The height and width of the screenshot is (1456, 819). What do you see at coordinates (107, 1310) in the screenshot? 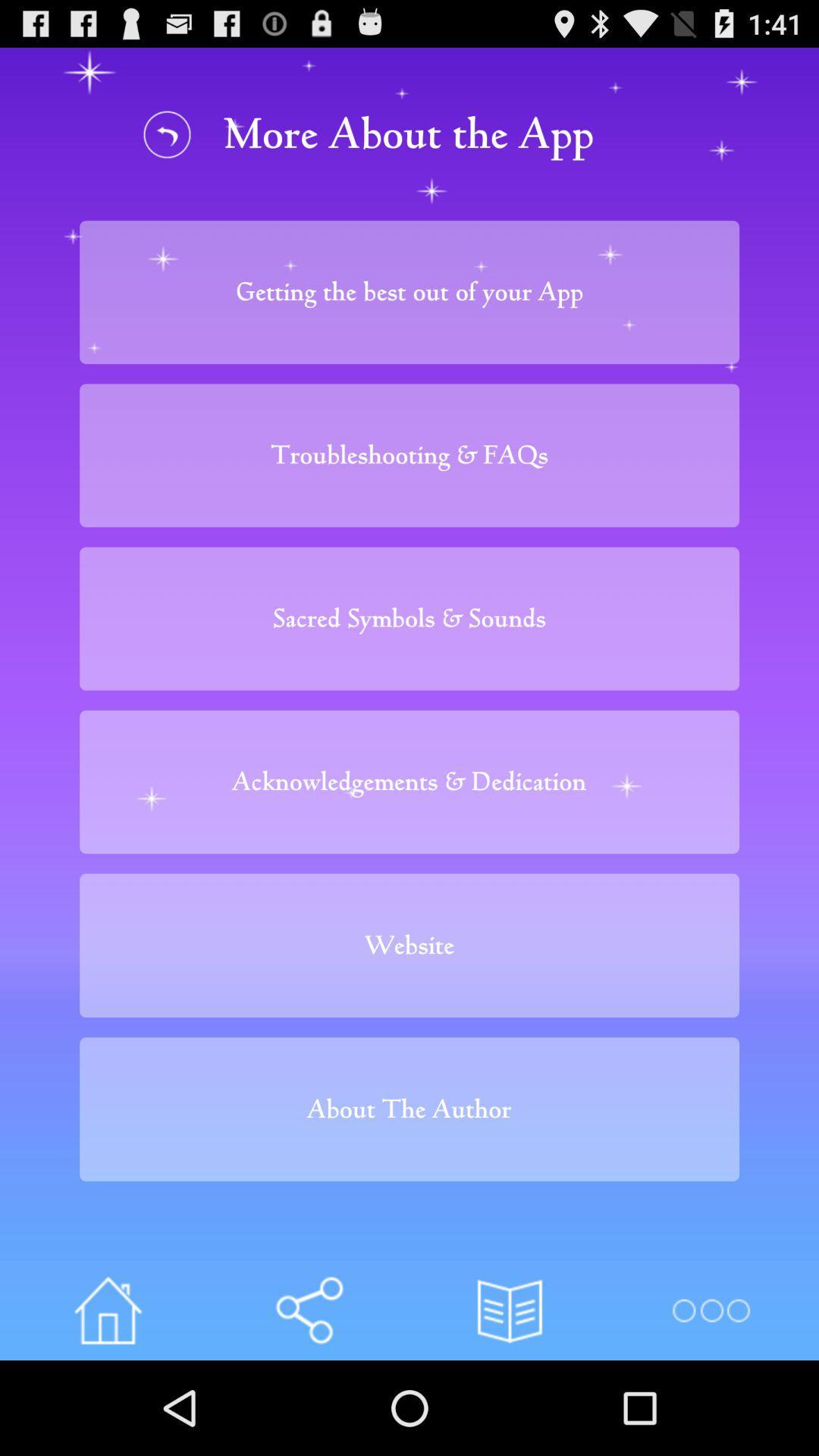
I see `main page` at bounding box center [107, 1310].